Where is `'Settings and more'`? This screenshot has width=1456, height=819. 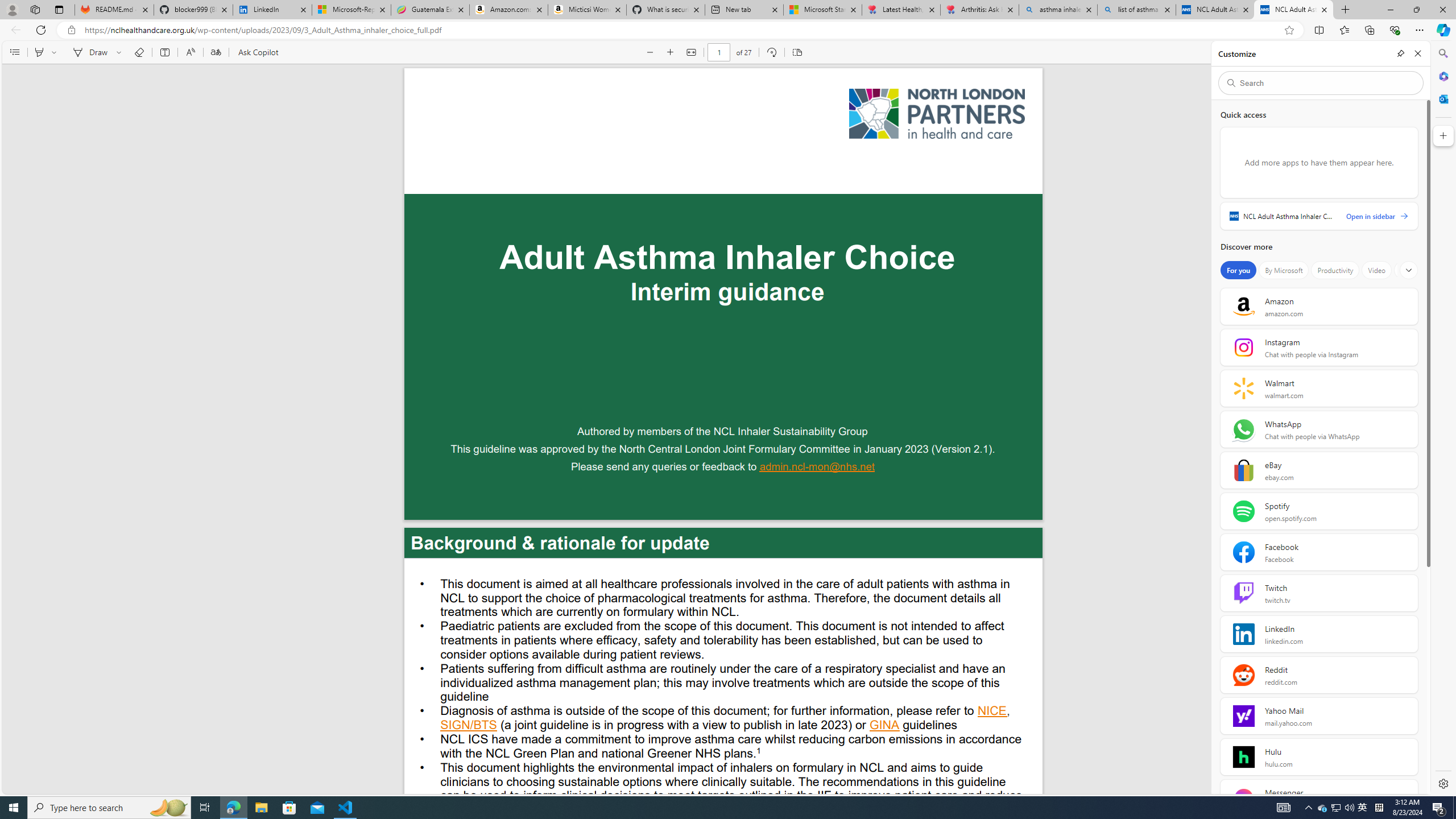 'Settings and more' is located at coordinates (1433, 52).